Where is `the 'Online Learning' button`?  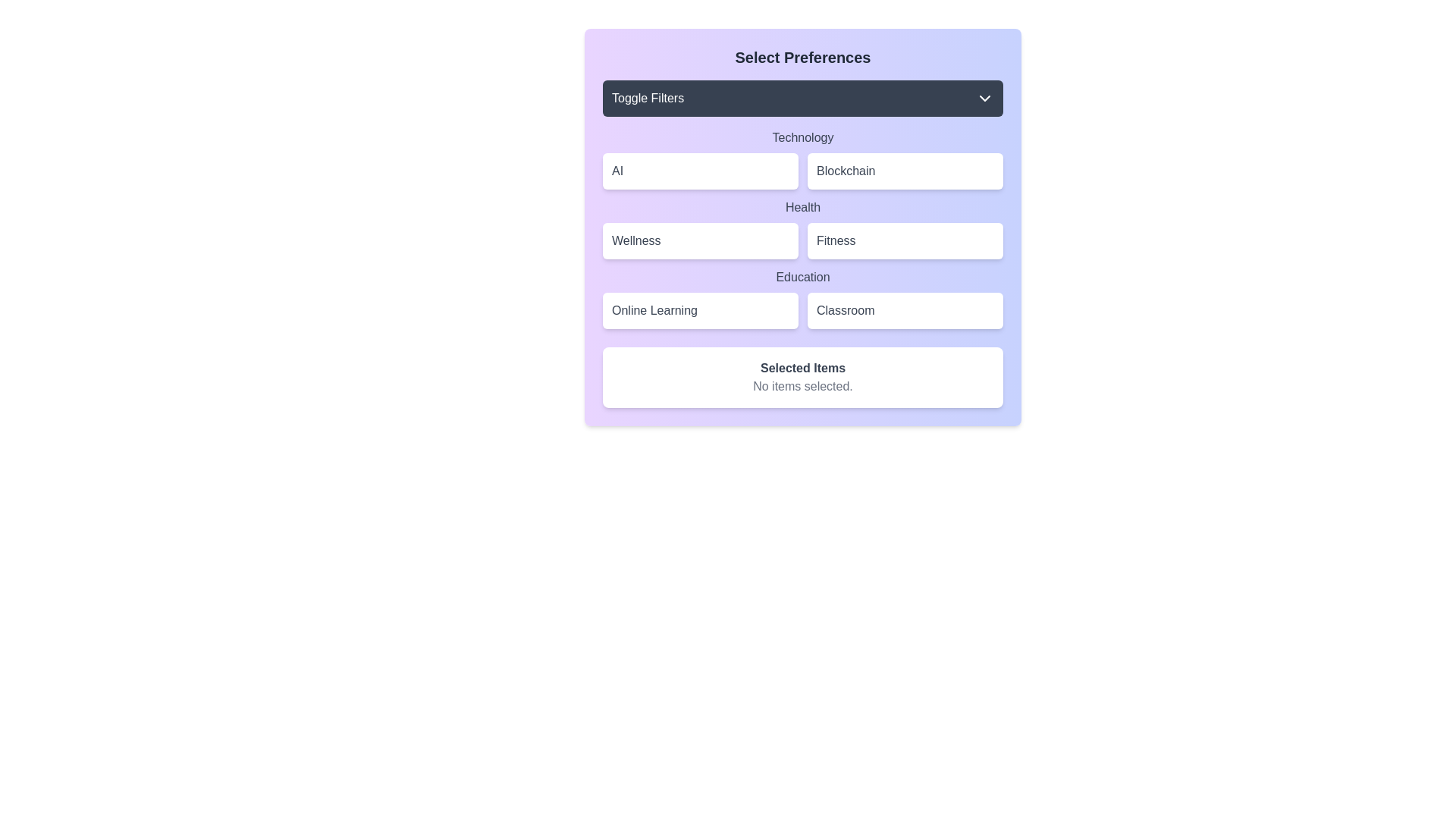 the 'Online Learning' button is located at coordinates (700, 309).